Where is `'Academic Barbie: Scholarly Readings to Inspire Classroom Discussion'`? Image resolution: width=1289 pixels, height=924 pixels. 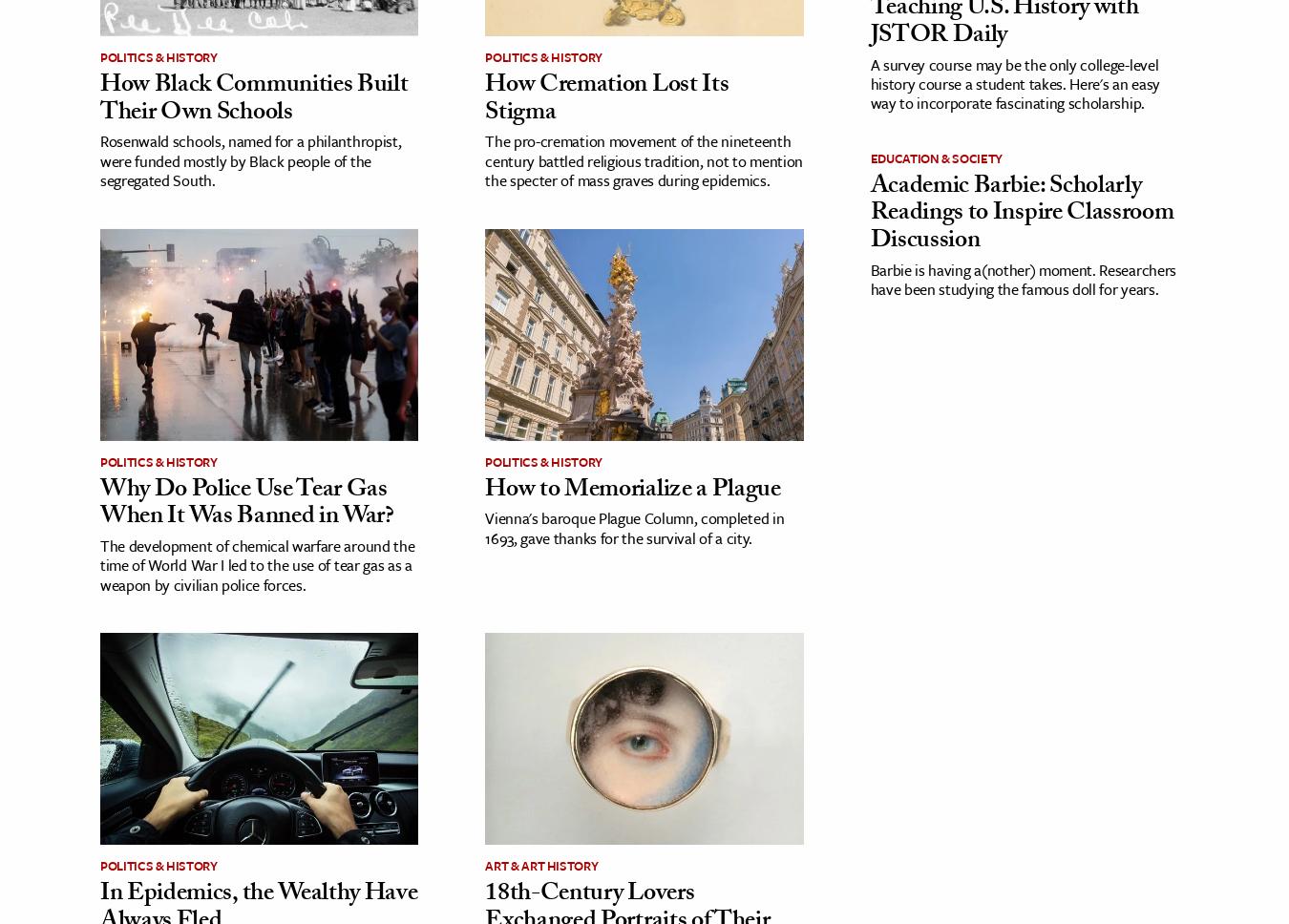 'Academic Barbie: Scholarly Readings to Inspire Classroom Discussion' is located at coordinates (1022, 213).